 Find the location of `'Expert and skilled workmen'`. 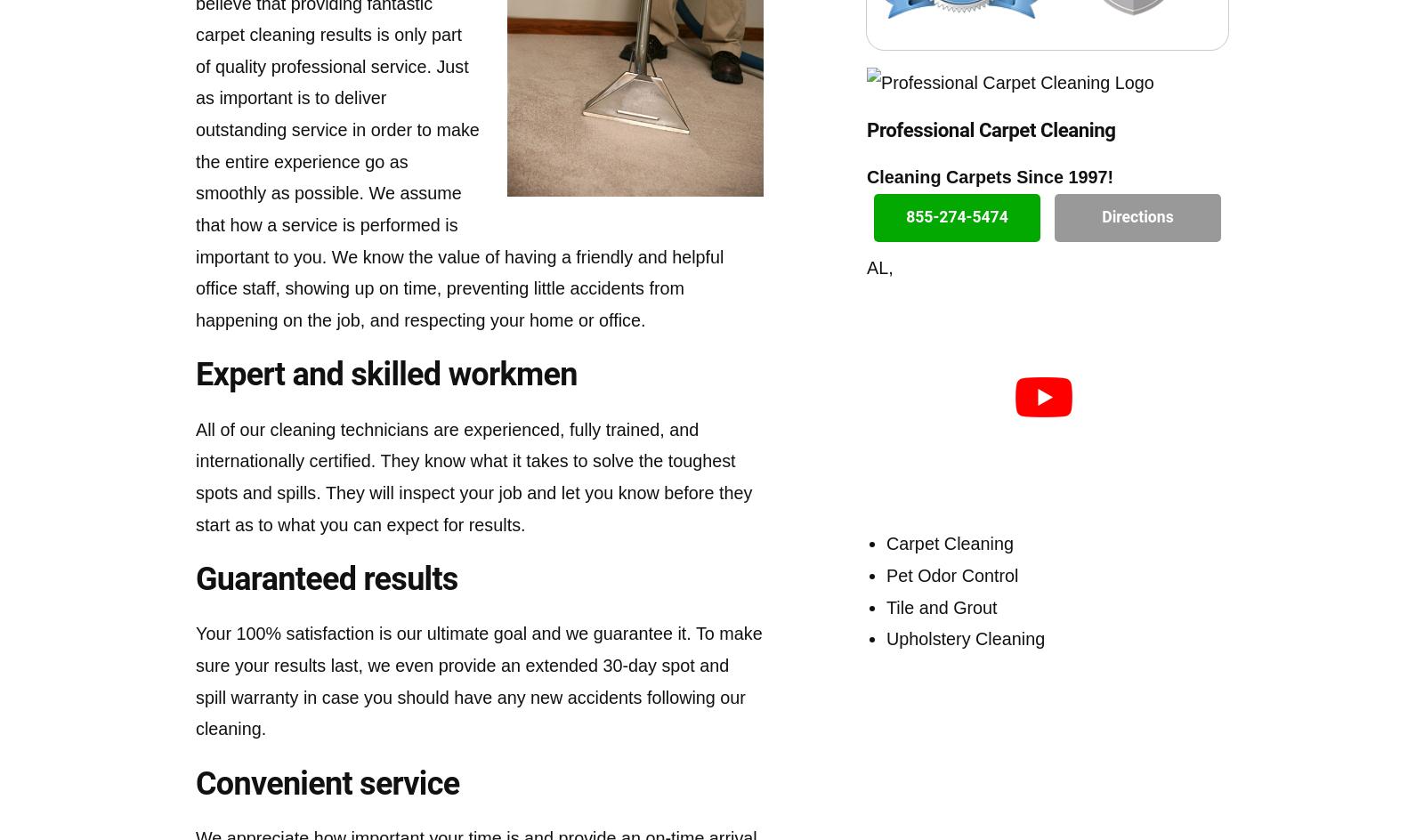

'Expert and skilled workmen' is located at coordinates (384, 374).